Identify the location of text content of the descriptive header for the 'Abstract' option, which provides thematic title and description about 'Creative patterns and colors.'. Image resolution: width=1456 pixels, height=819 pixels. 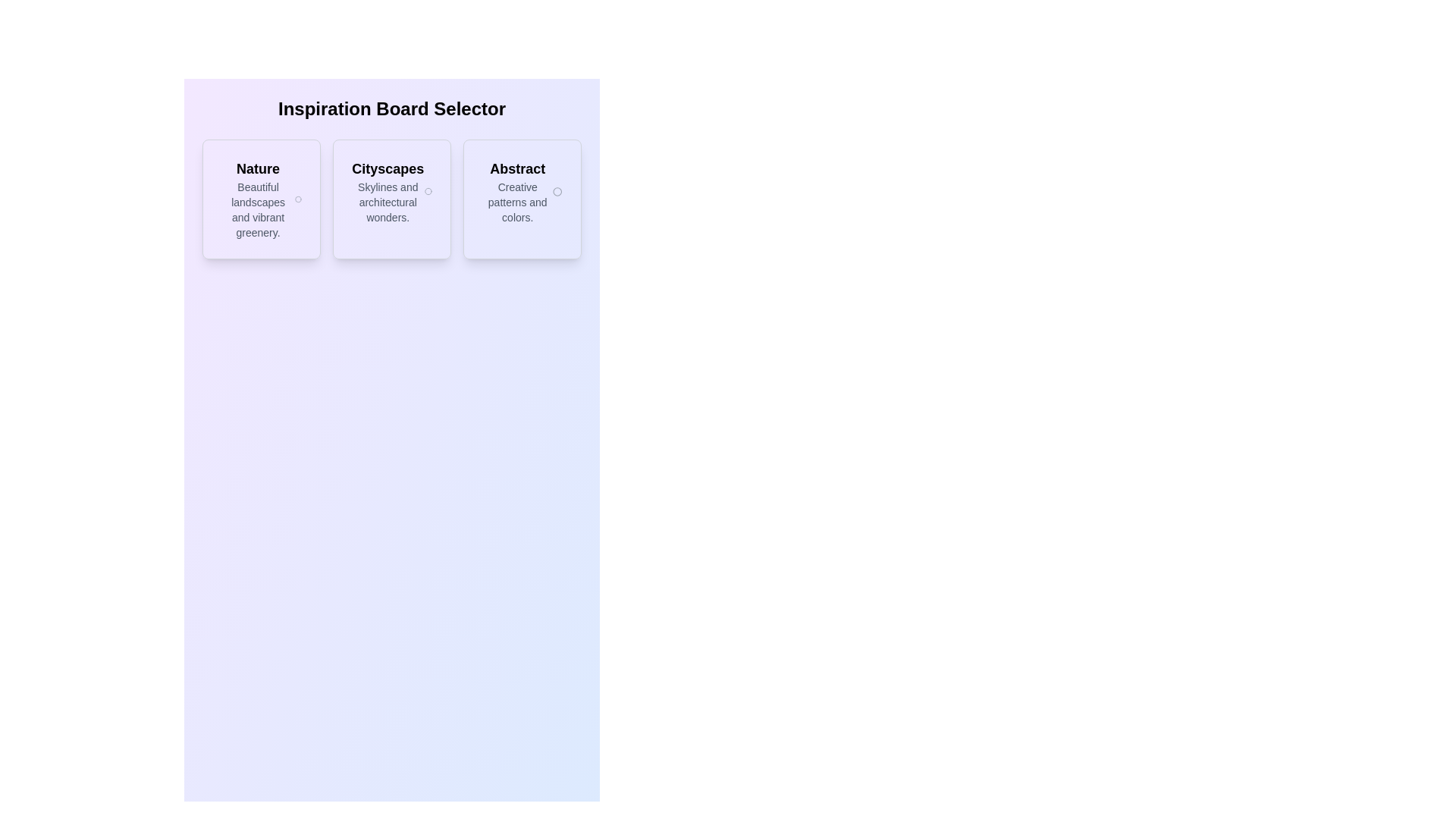
(522, 191).